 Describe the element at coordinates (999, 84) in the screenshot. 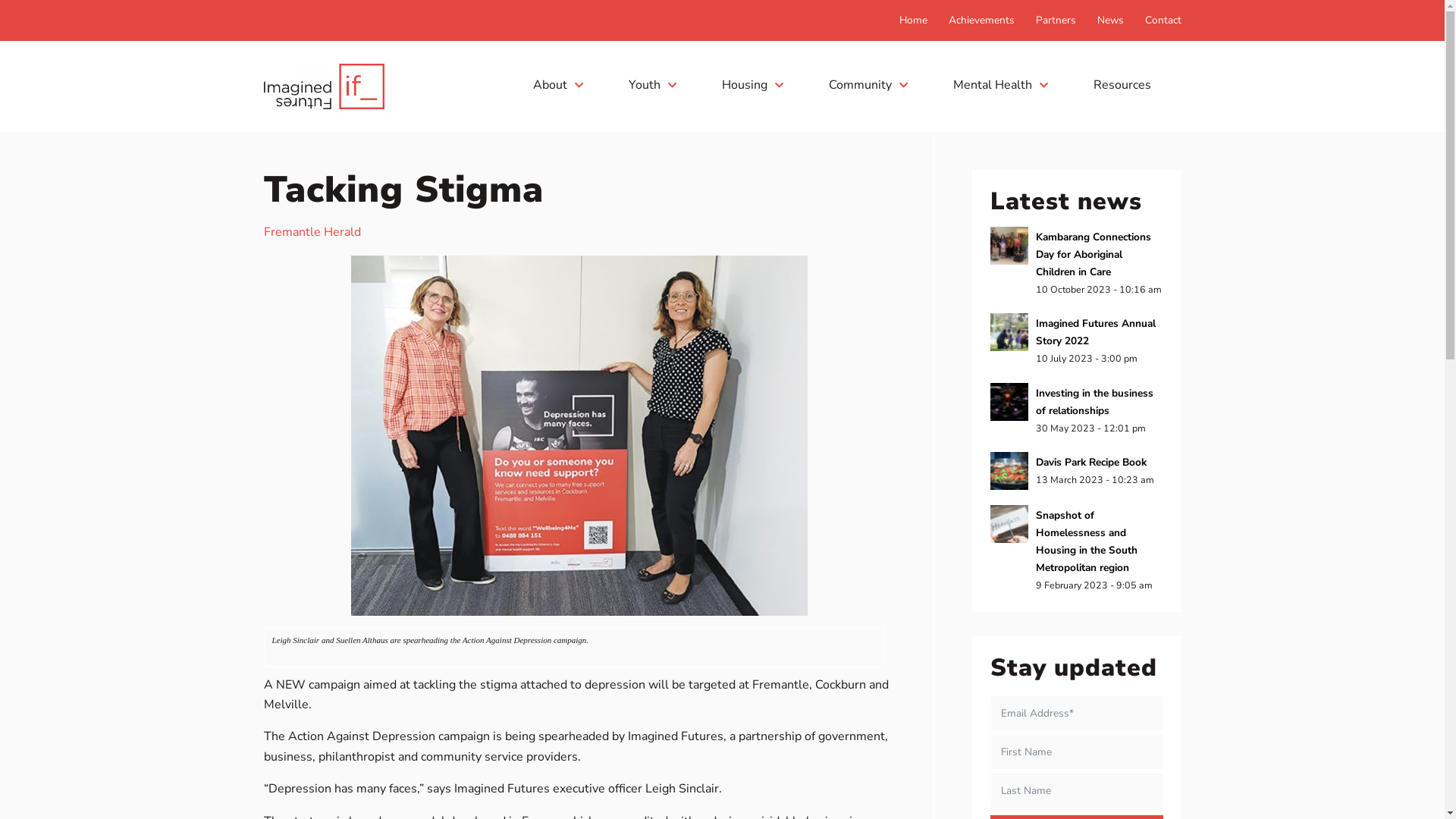

I see `'Mental Health'` at that location.